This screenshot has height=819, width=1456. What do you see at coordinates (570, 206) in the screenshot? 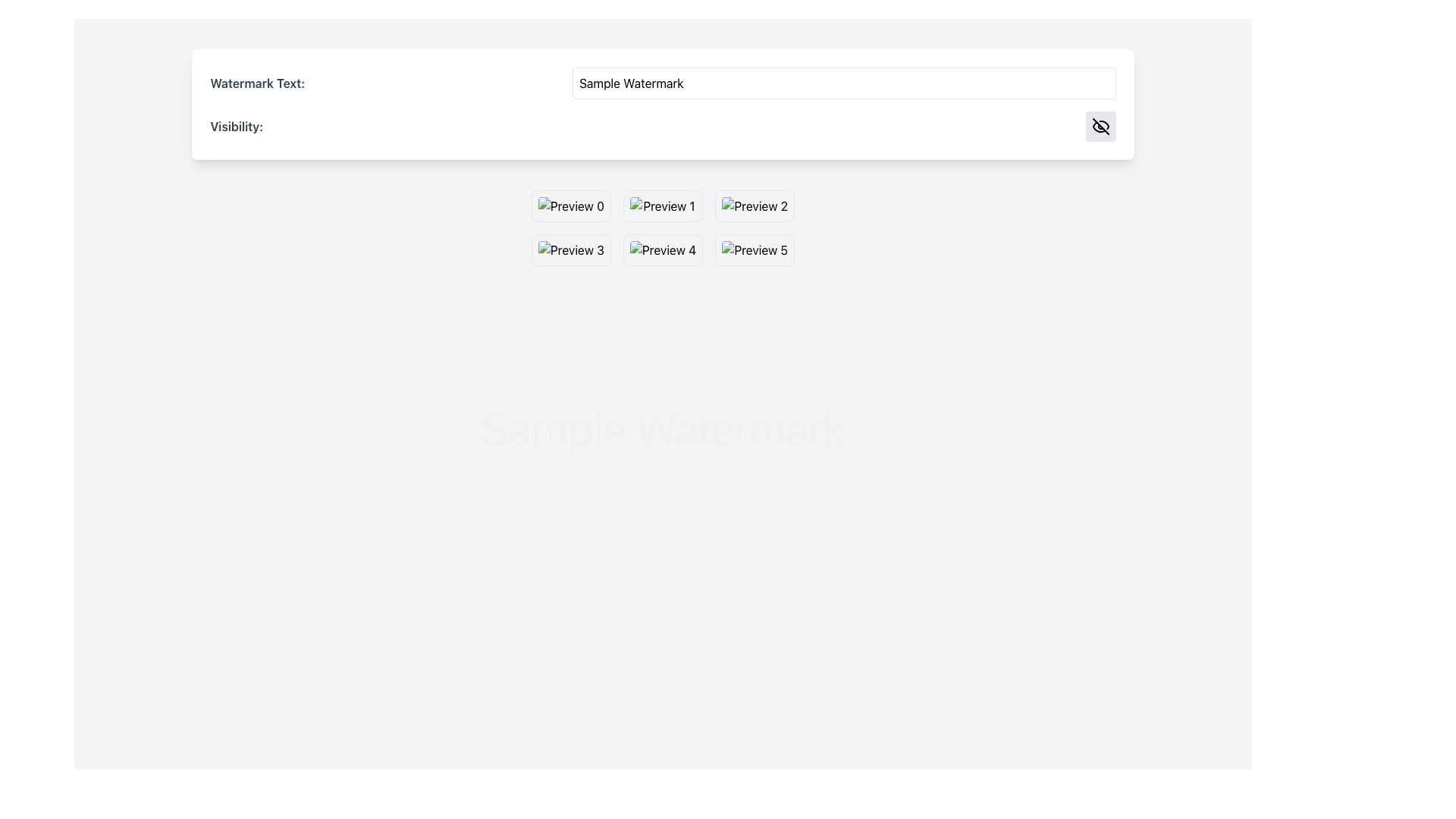
I see `the image element representing a missing or example image, located in the first cell of the grid layout of preview items` at bounding box center [570, 206].